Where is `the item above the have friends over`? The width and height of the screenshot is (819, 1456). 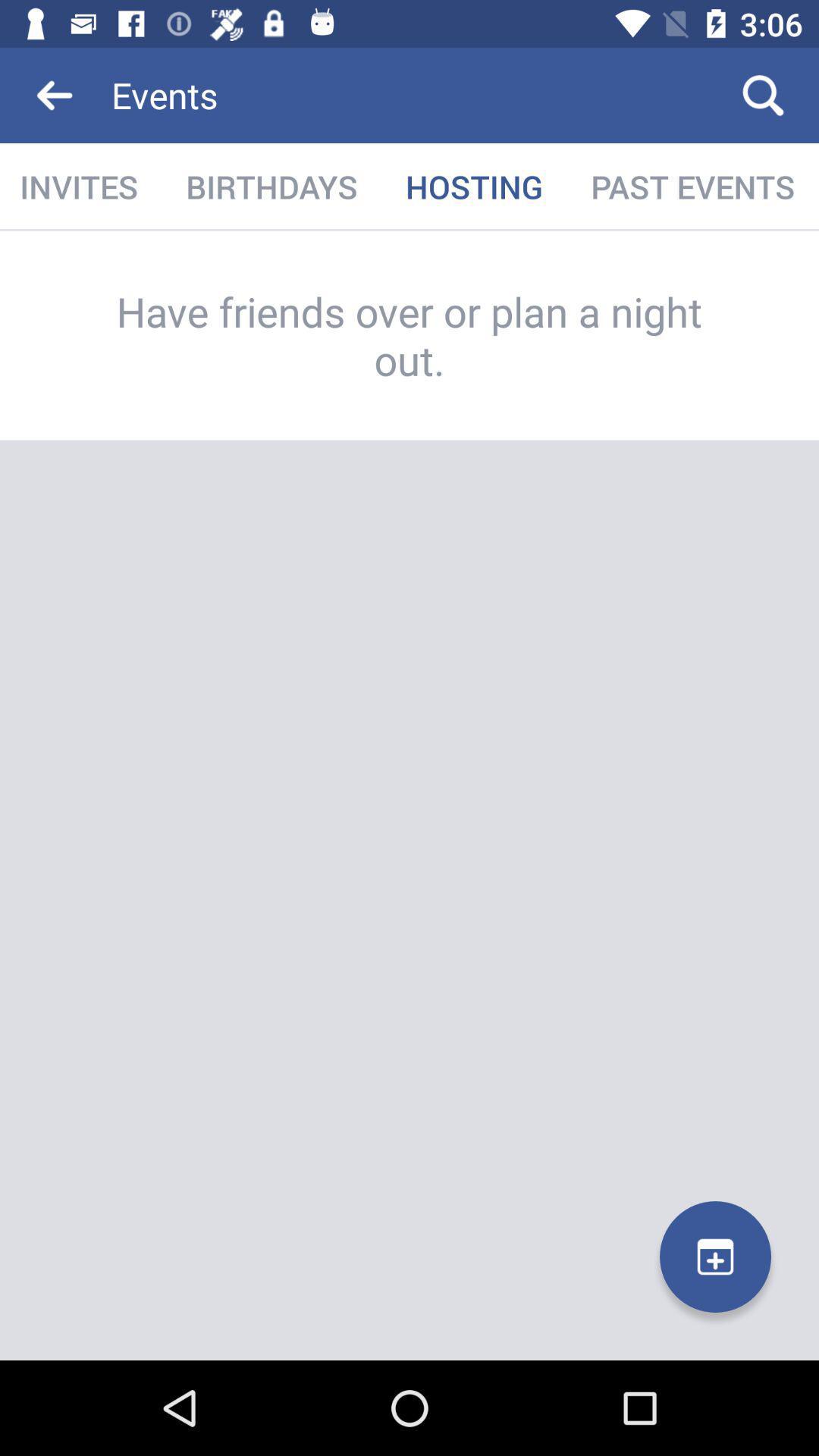
the item above the have friends over is located at coordinates (80, 186).